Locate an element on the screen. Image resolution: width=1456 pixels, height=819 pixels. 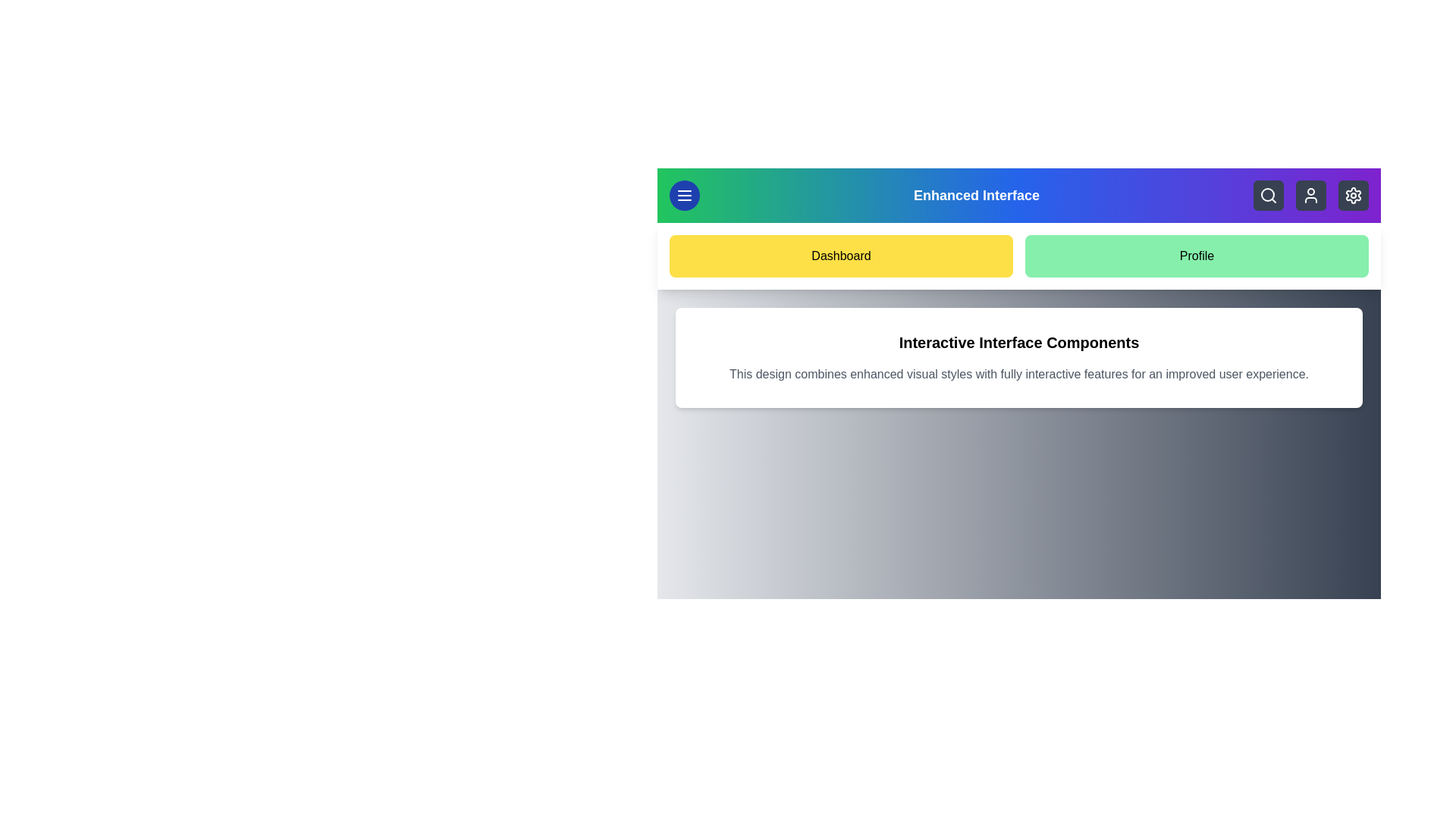
the settings icon to open the settings menu is located at coordinates (1354, 195).